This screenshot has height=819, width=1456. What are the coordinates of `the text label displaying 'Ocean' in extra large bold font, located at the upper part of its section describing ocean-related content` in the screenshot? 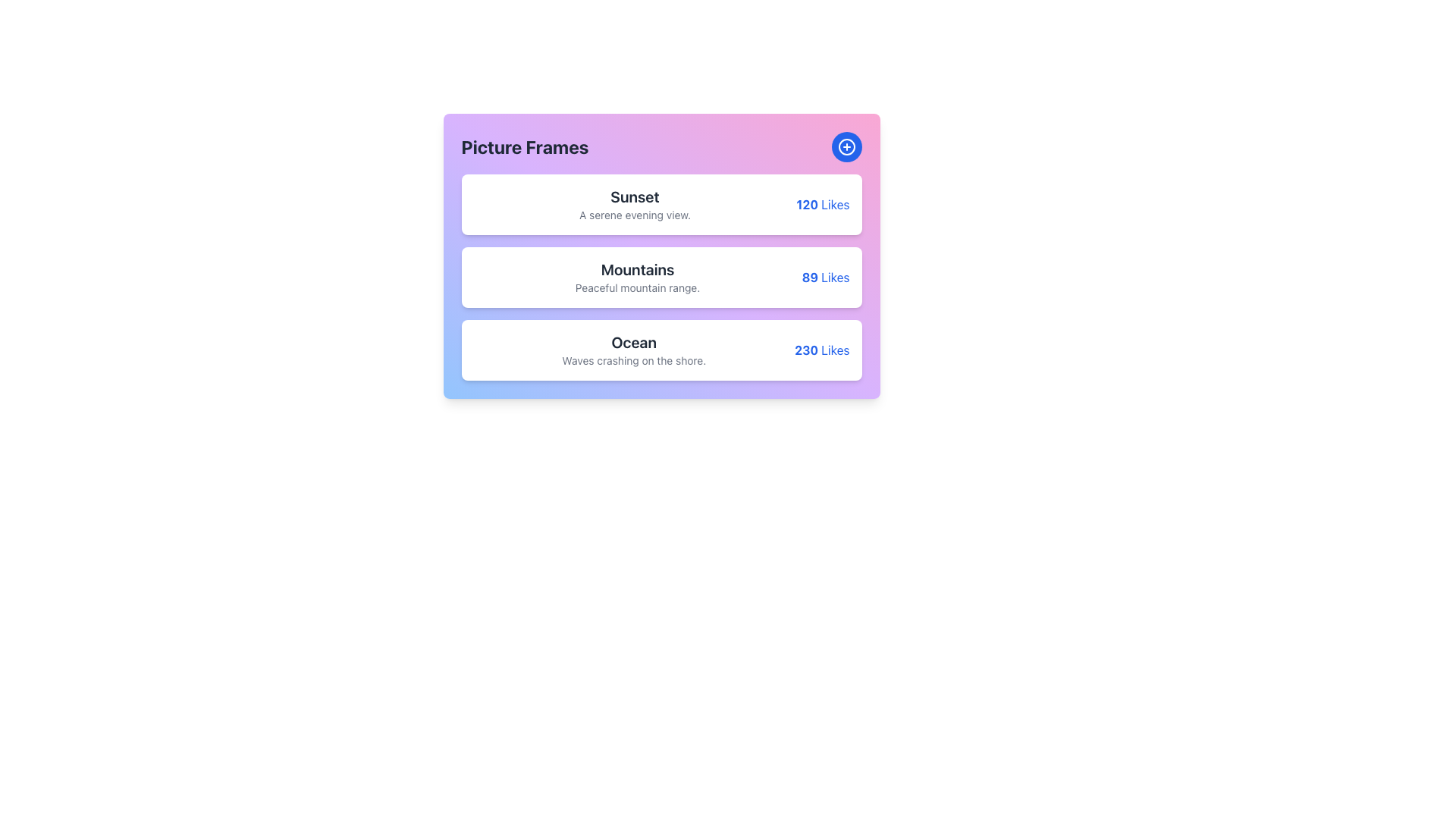 It's located at (634, 342).